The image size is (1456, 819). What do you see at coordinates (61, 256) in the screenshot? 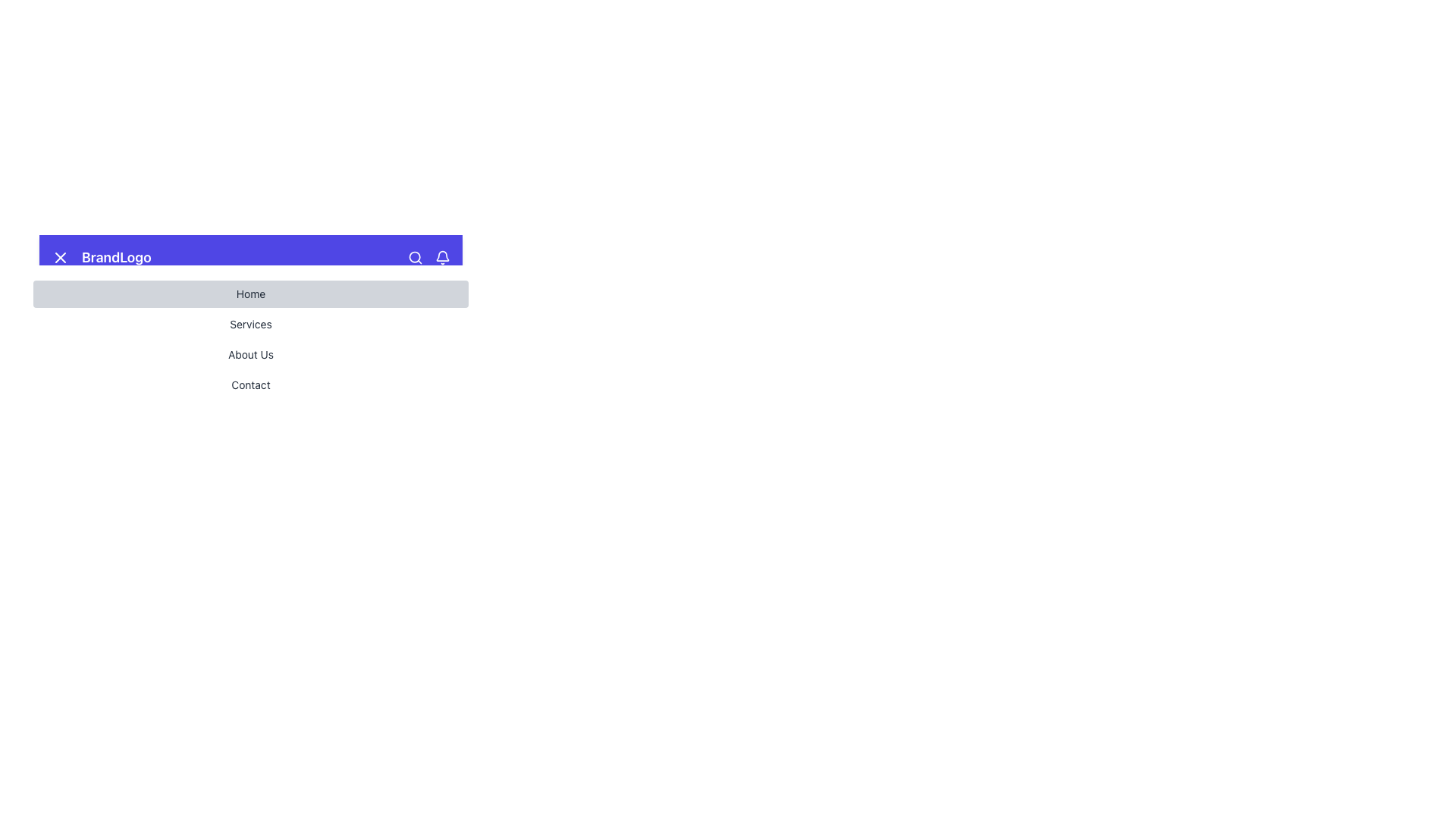
I see `the close icon button, which features a white 'X' on a purple background, located on the leftmost side of the blue header bar` at bounding box center [61, 256].